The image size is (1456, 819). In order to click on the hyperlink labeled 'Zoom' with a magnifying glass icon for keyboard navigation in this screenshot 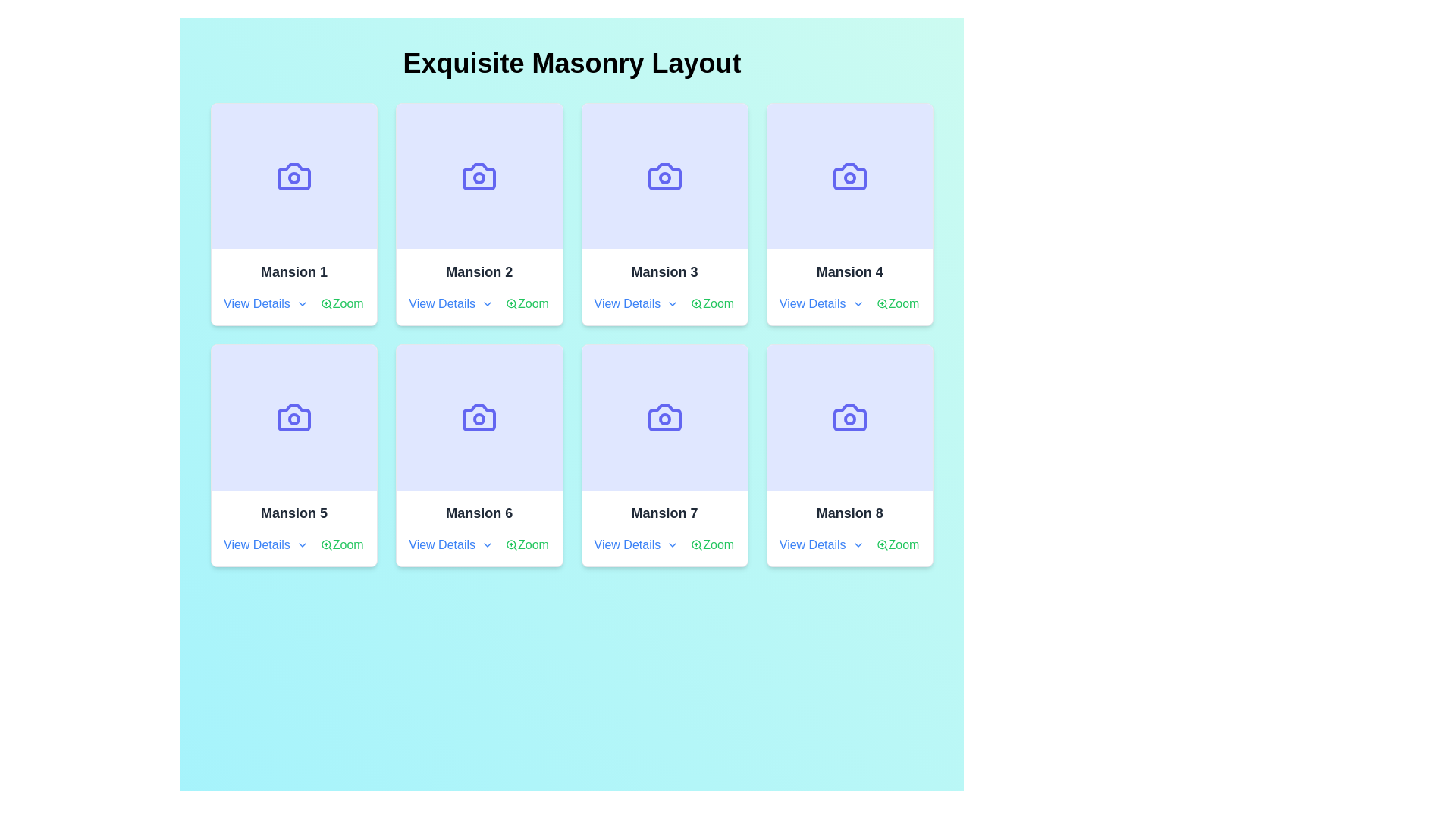, I will do `click(341, 304)`.